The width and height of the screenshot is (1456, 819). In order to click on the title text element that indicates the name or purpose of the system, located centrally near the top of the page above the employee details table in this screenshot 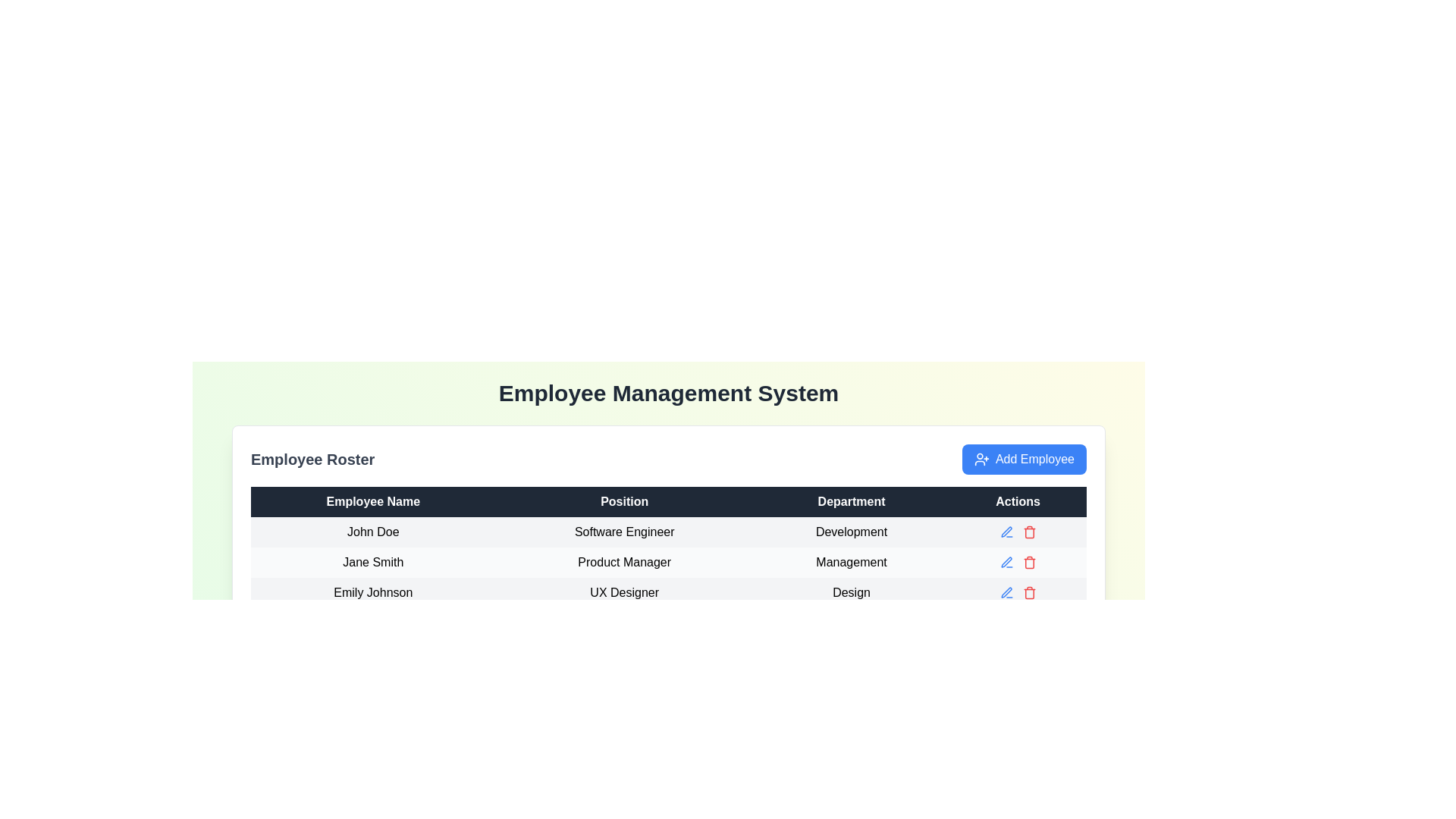, I will do `click(668, 393)`.